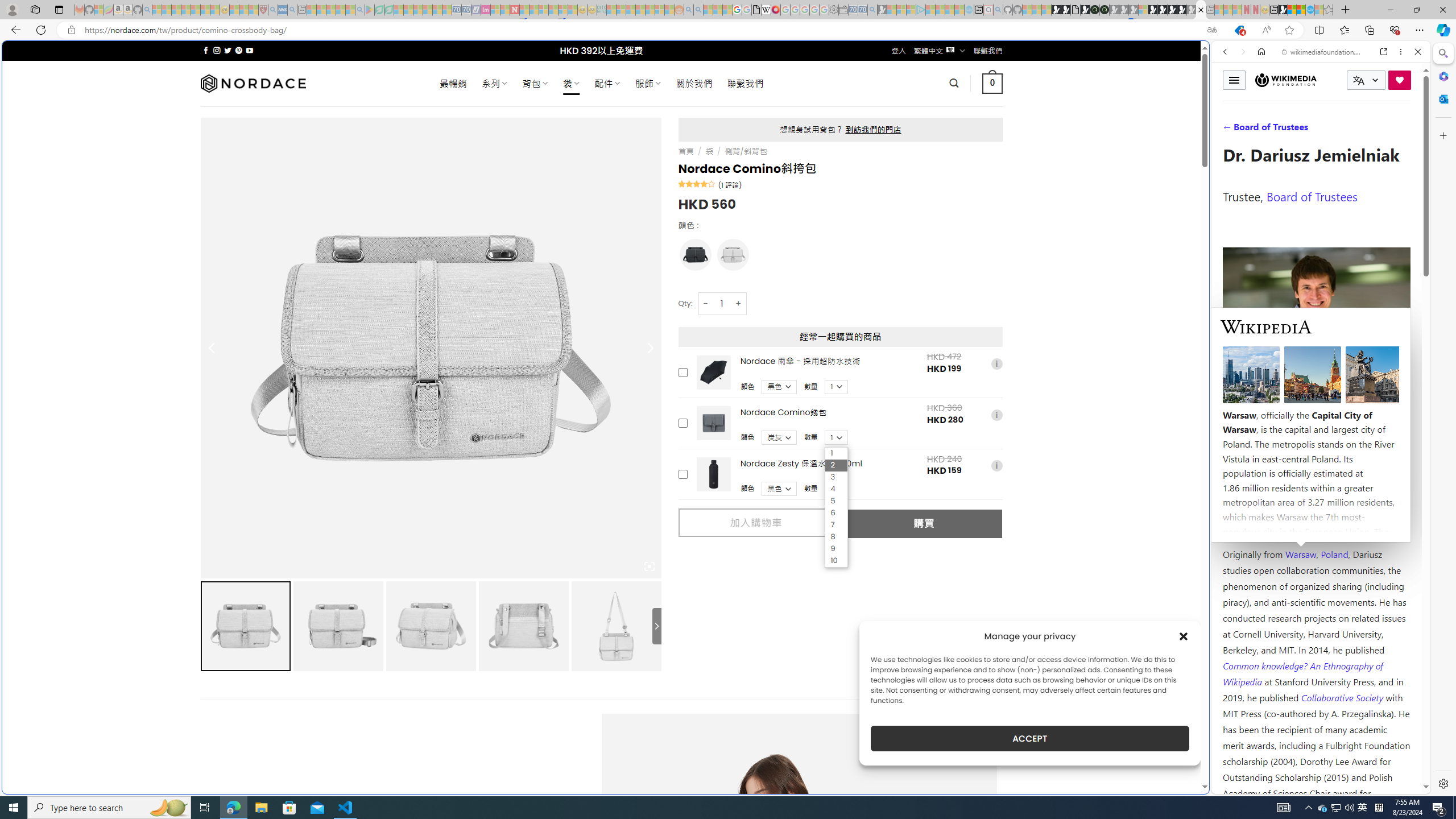 The width and height of the screenshot is (1456, 819). I want to click on '+', so click(739, 303).